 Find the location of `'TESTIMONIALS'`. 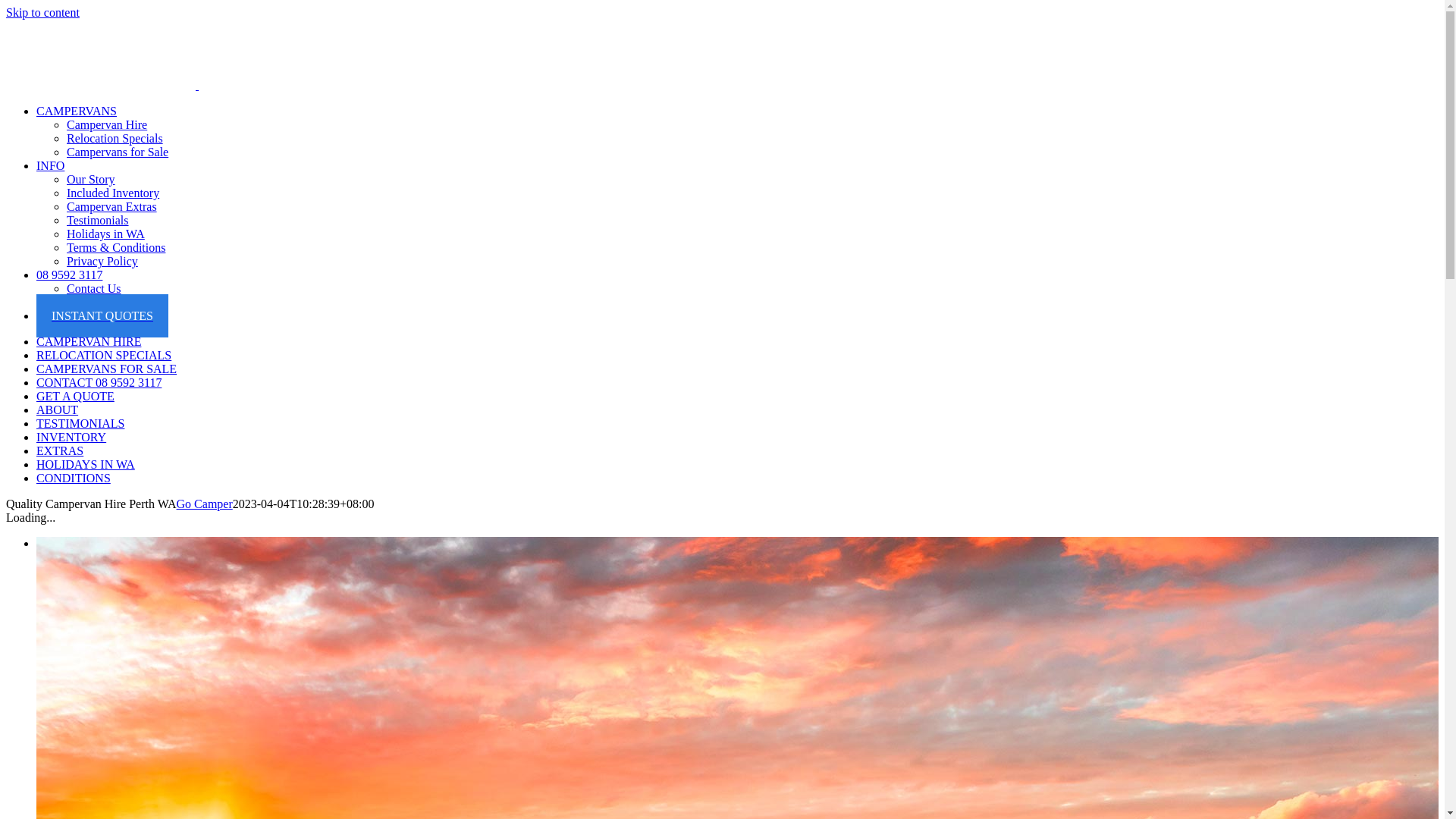

'TESTIMONIALS' is located at coordinates (79, 423).